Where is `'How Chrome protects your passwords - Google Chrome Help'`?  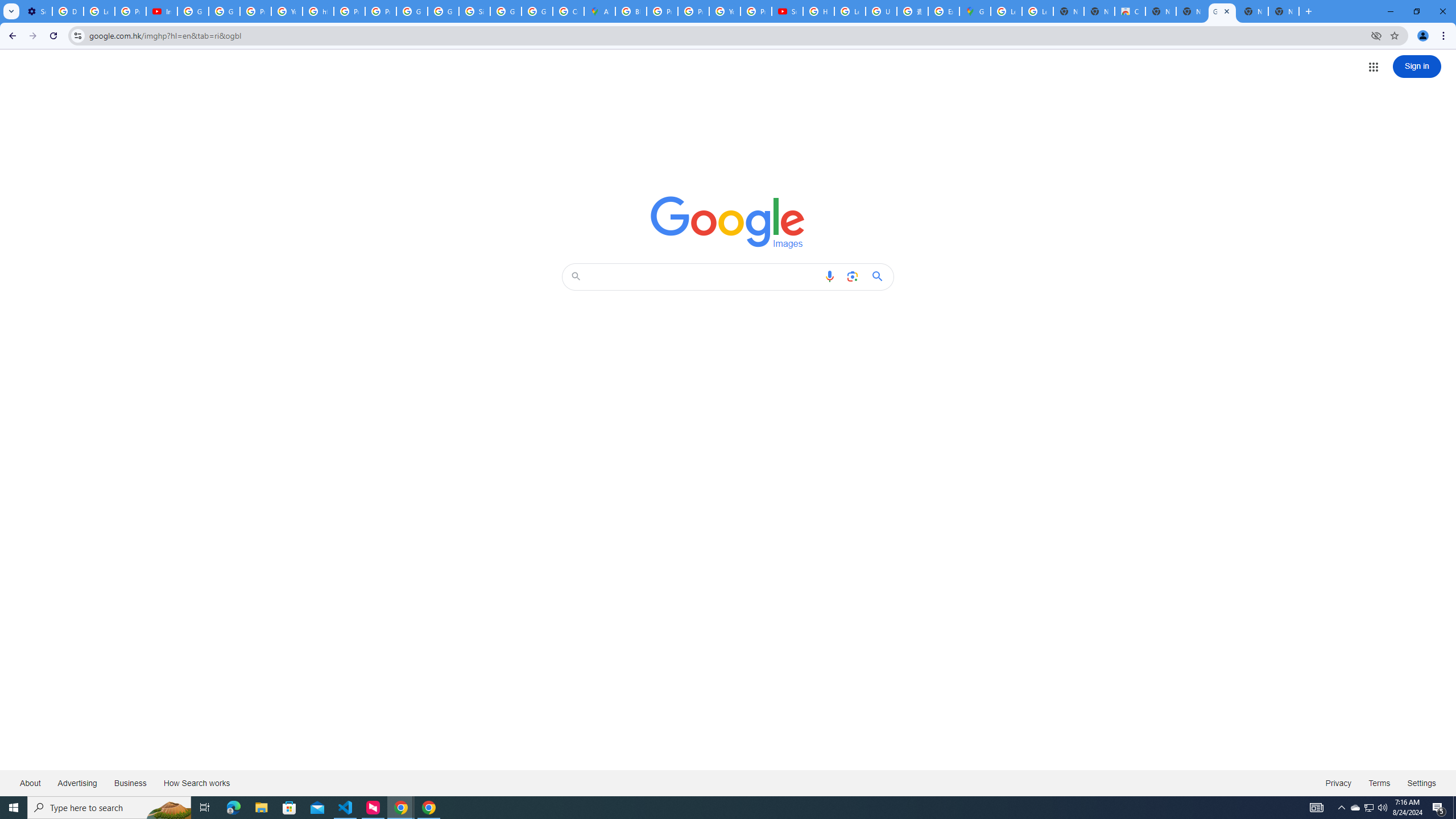 'How Chrome protects your passwords - Google Chrome Help' is located at coordinates (818, 11).